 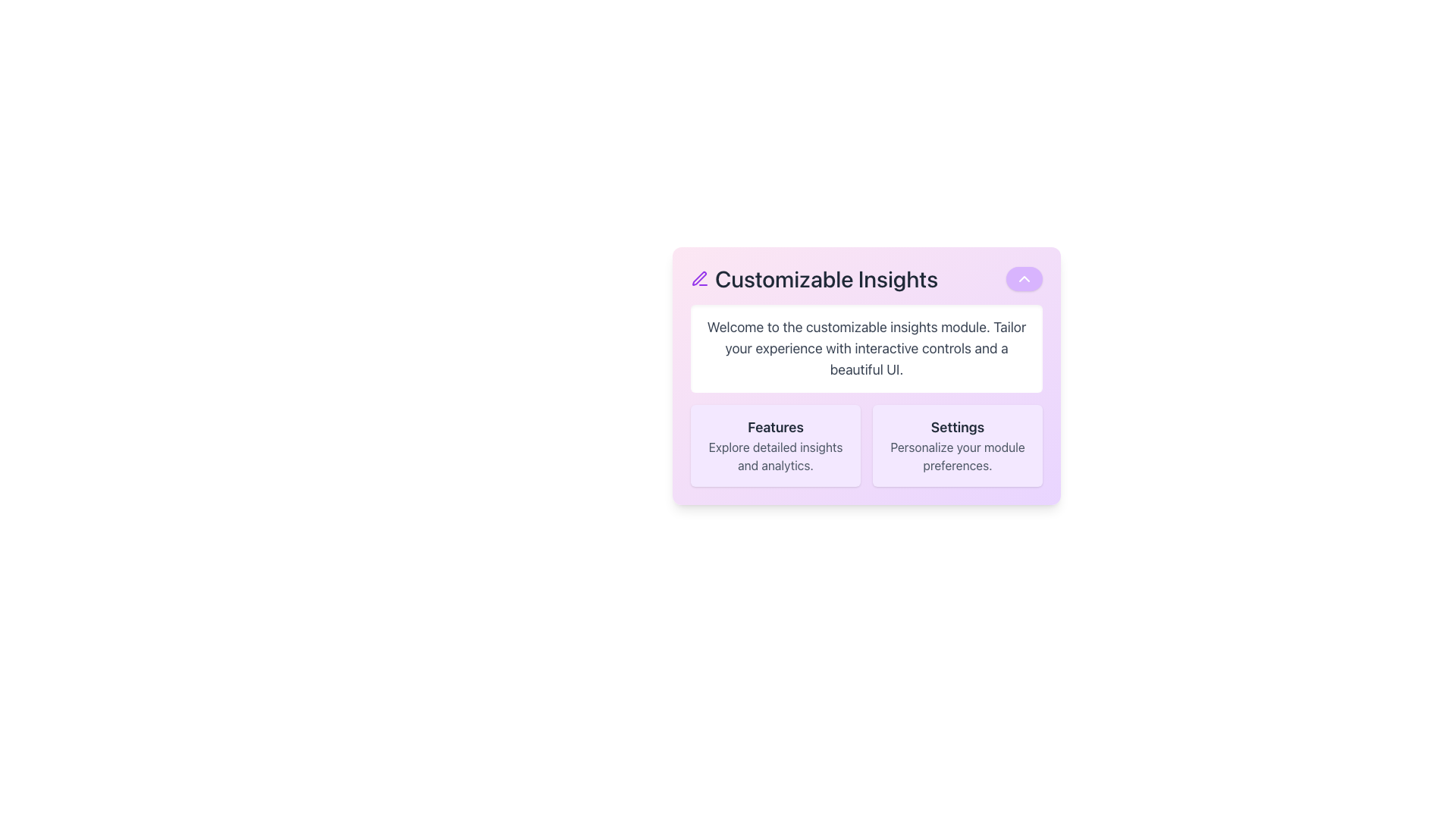 What do you see at coordinates (775, 455) in the screenshot?
I see `the text label displaying 'Explore detailed insights and analytics.' which is positioned below the 'Features' header in the purple box` at bounding box center [775, 455].